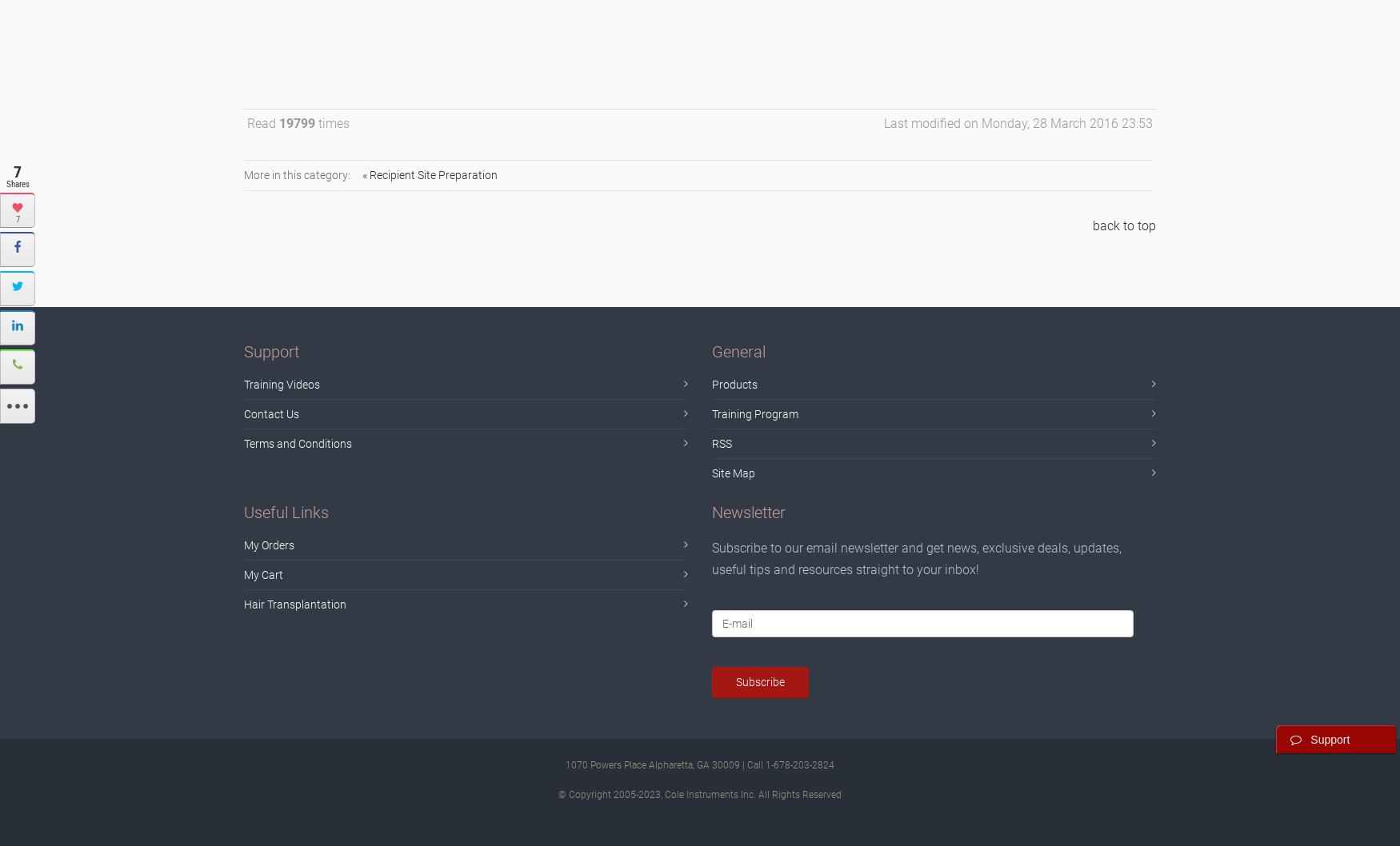 The image size is (1400, 846). What do you see at coordinates (429, 174) in the screenshot?
I see `'« Recipient Site Preparation'` at bounding box center [429, 174].